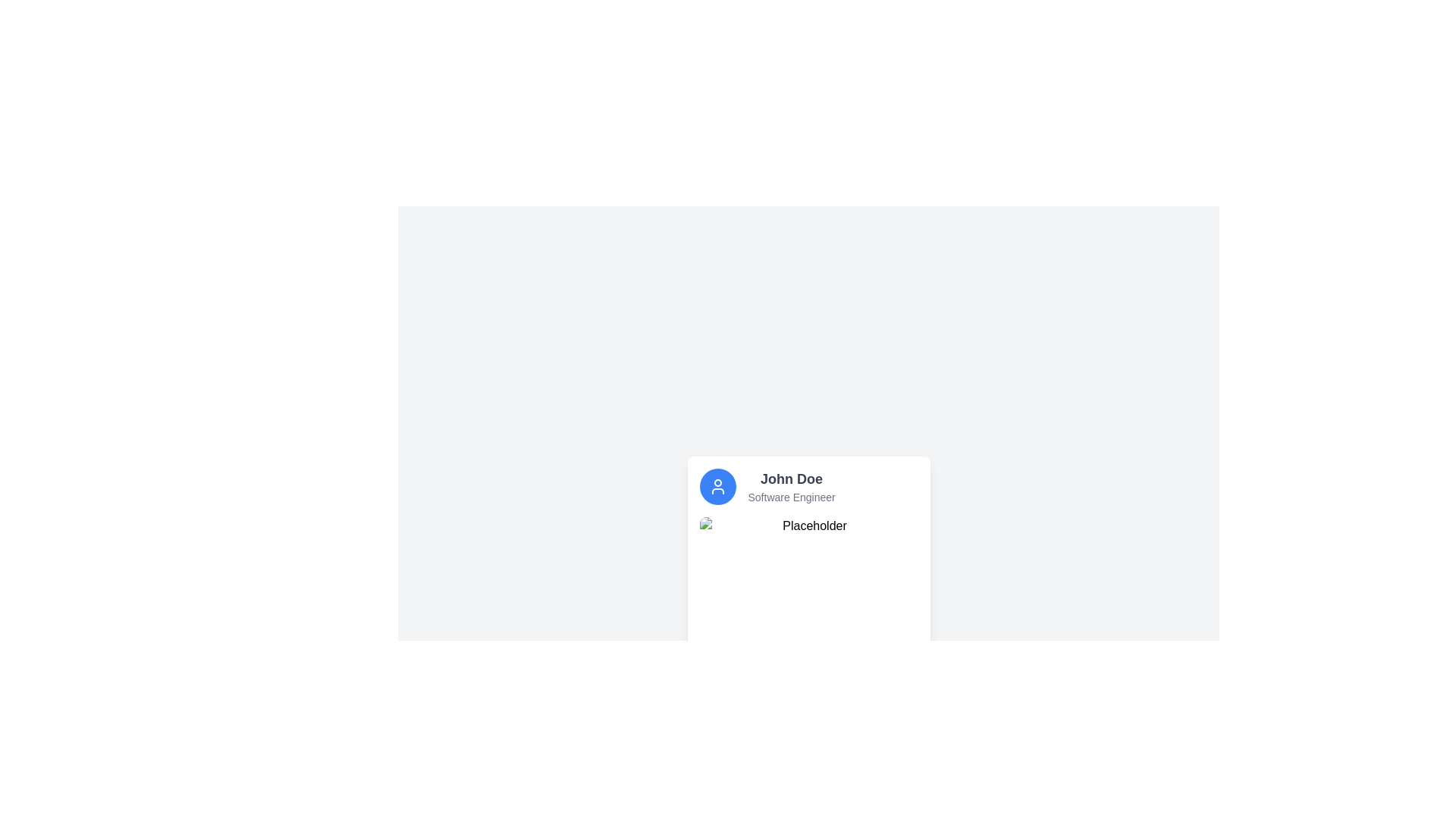 This screenshot has height=819, width=1456. What do you see at coordinates (808, 486) in the screenshot?
I see `the 'John Doe' text content element, which is accompanied by a circular blue avatar icon displaying a white user silhouette graphic` at bounding box center [808, 486].